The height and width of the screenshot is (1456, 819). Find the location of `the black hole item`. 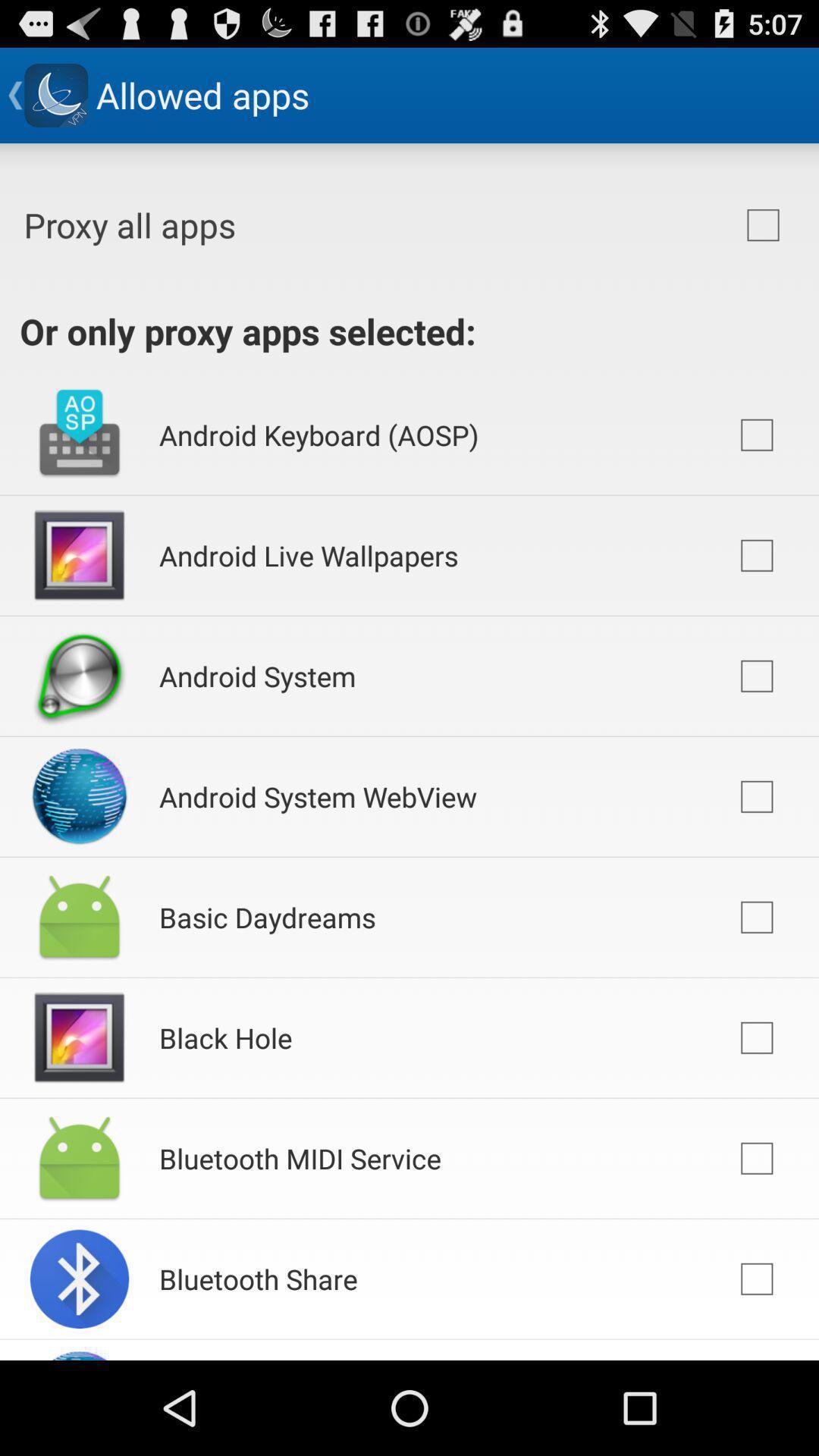

the black hole item is located at coordinates (225, 1037).